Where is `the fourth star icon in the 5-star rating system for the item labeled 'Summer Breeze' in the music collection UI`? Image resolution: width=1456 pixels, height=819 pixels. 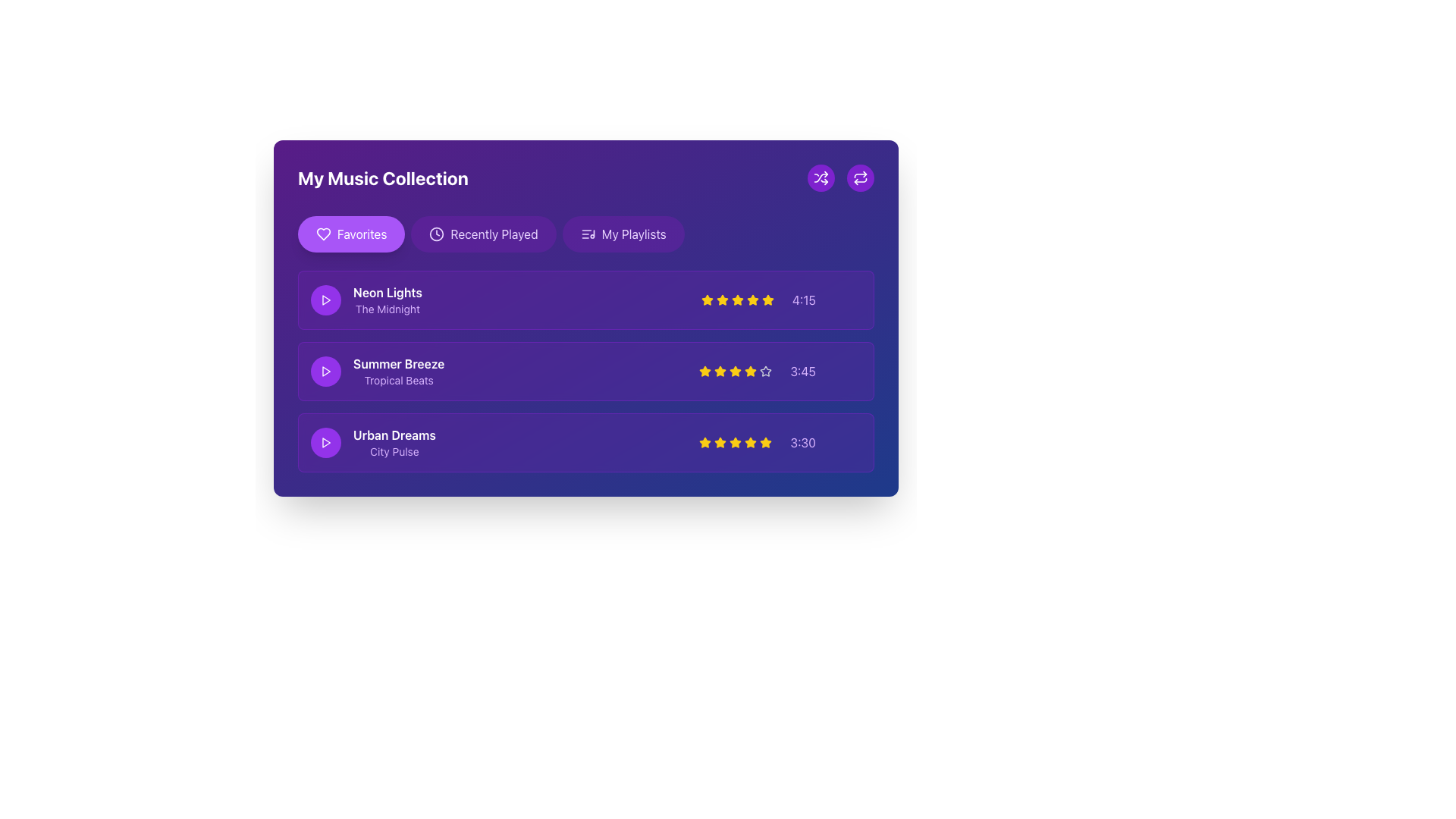 the fourth star icon in the 5-star rating system for the item labeled 'Summer Breeze' in the music collection UI is located at coordinates (766, 371).